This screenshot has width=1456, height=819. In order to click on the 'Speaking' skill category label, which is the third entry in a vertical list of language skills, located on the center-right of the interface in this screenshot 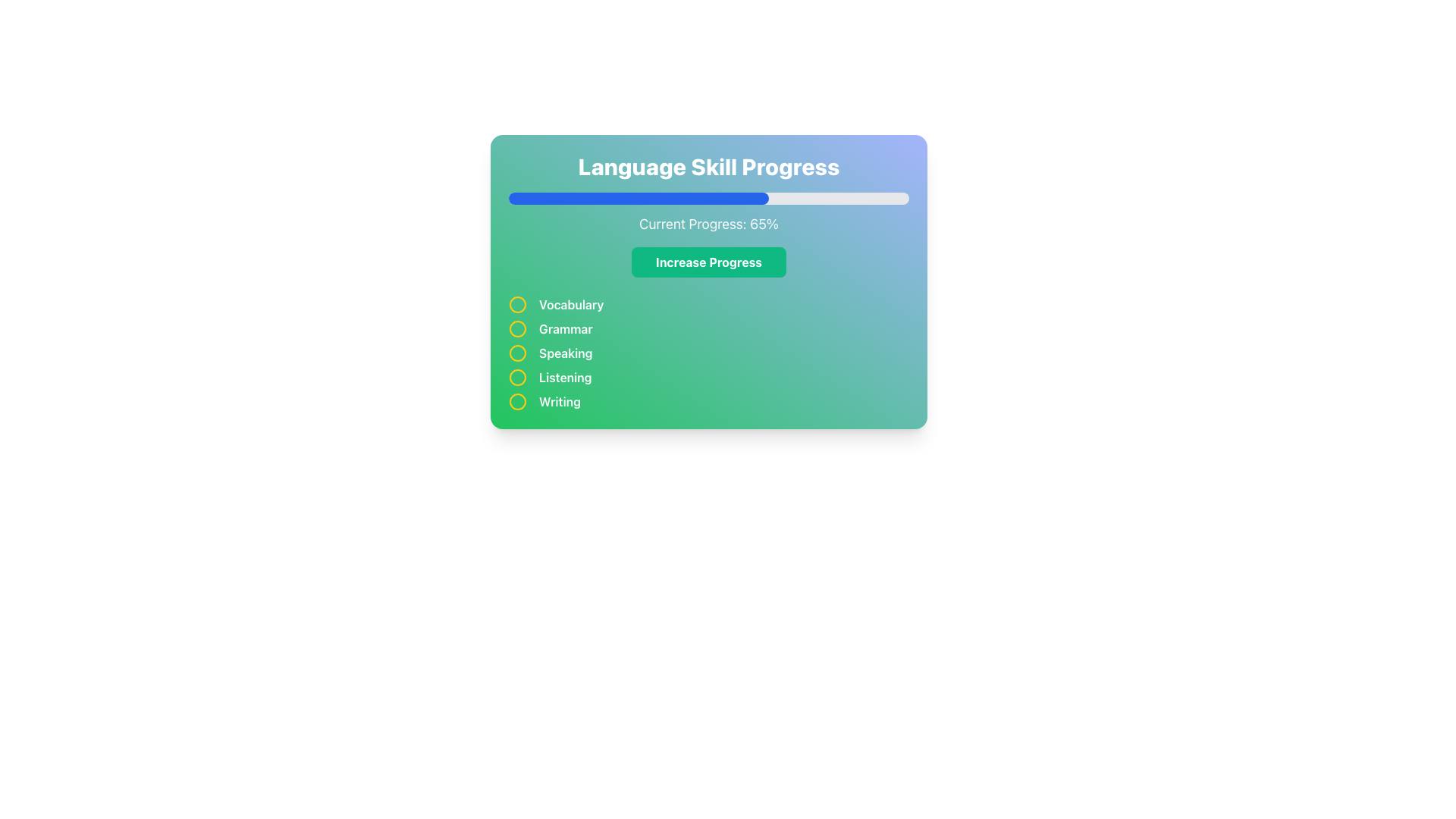, I will do `click(565, 353)`.